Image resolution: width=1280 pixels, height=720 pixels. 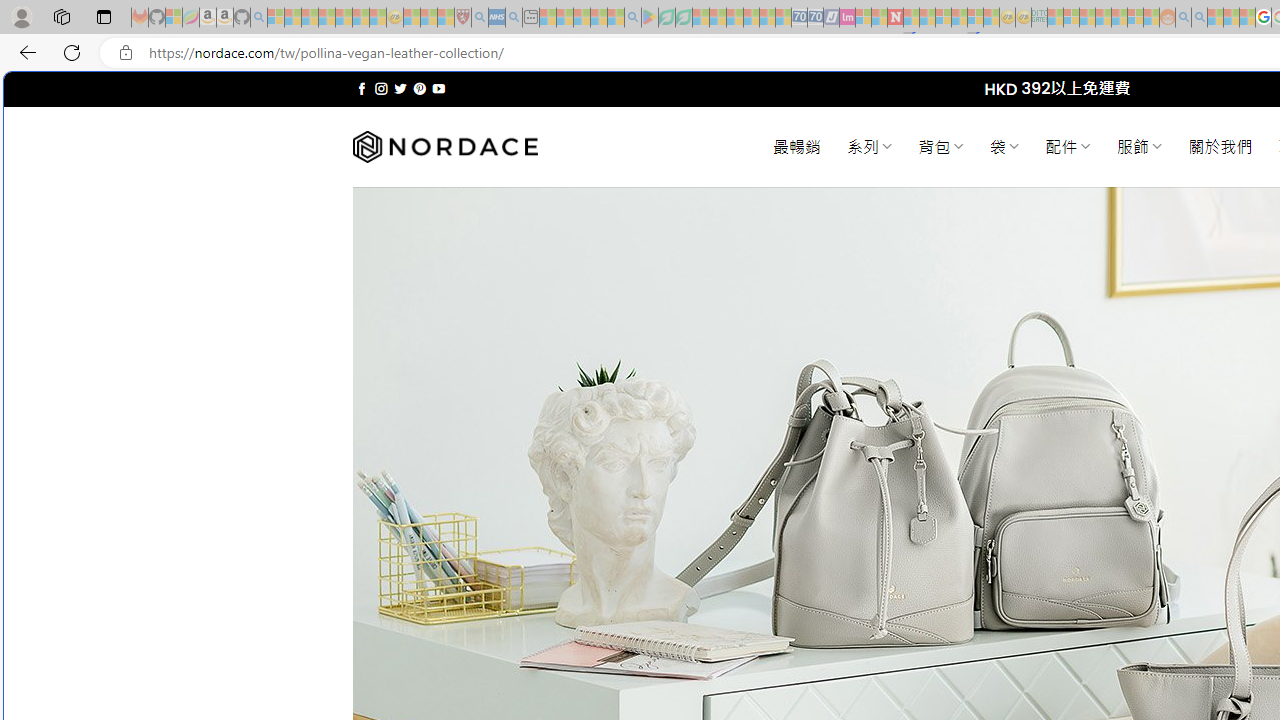 I want to click on 'google - Search - Sleeping', so click(x=631, y=17).